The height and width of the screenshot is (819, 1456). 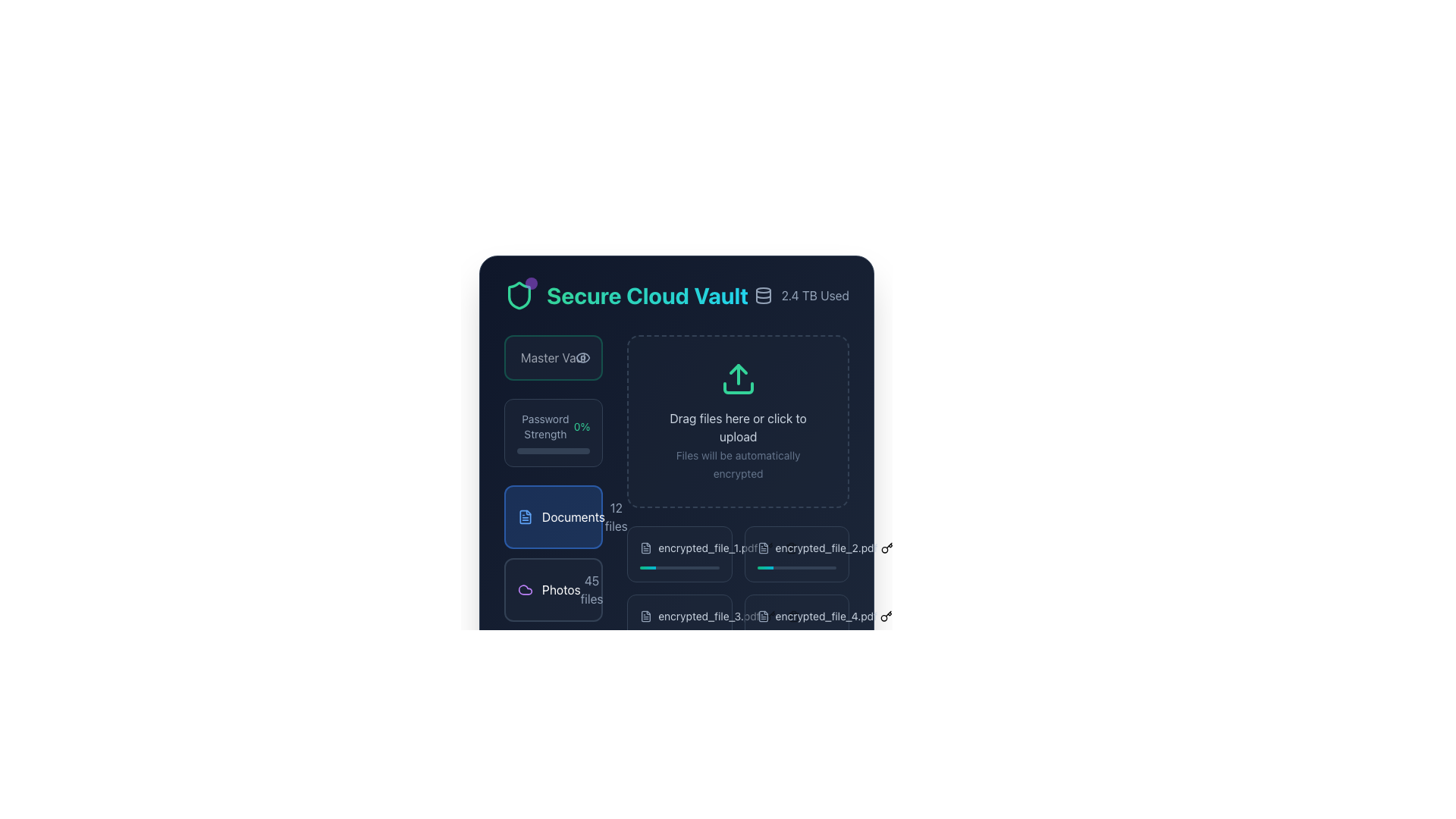 What do you see at coordinates (553, 516) in the screenshot?
I see `the 'Documents' category card, which has a blue background and a file document icon` at bounding box center [553, 516].